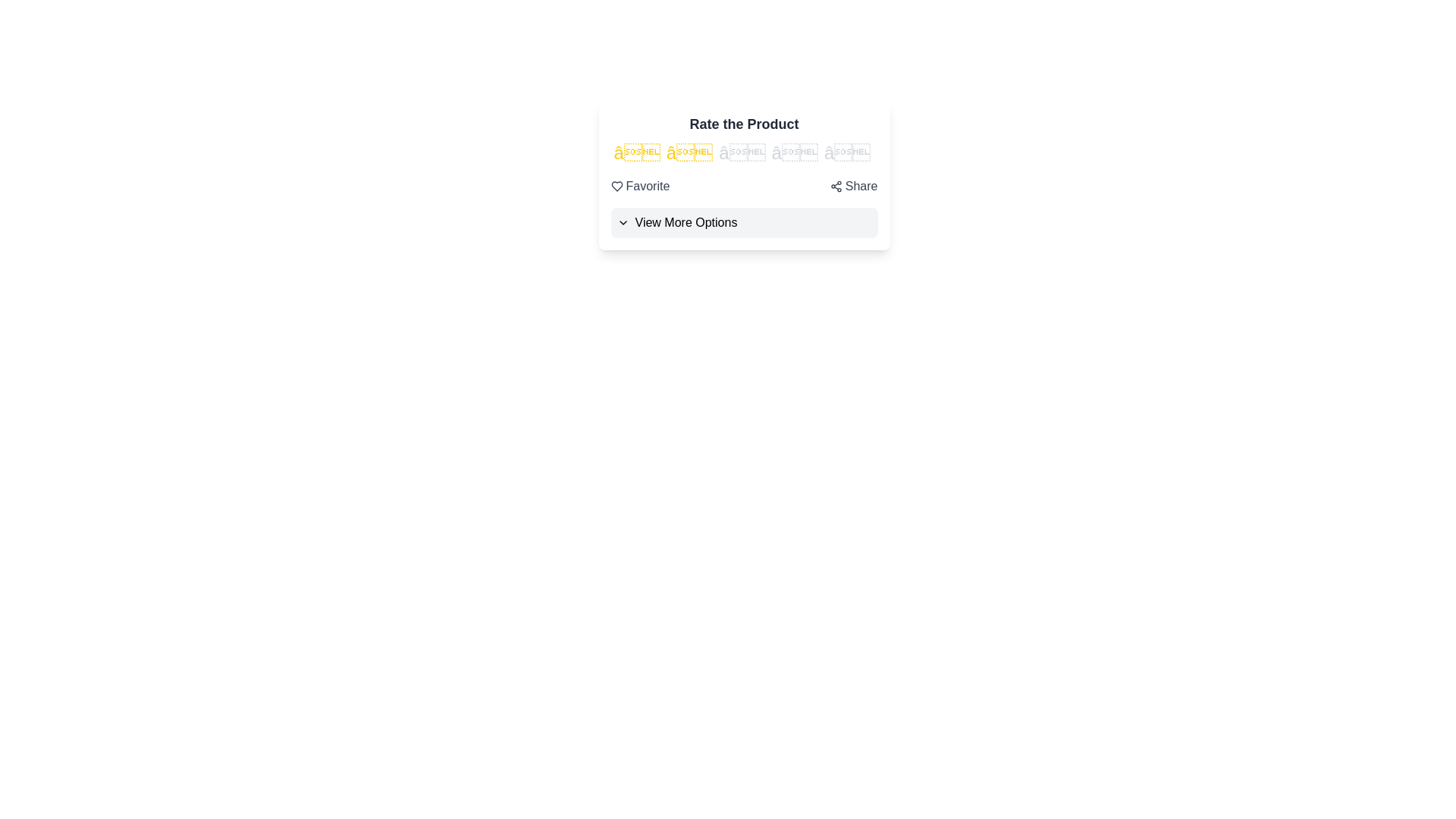  Describe the element at coordinates (637, 152) in the screenshot. I see `the rating to 1 stars by clicking on the corresponding star` at that location.